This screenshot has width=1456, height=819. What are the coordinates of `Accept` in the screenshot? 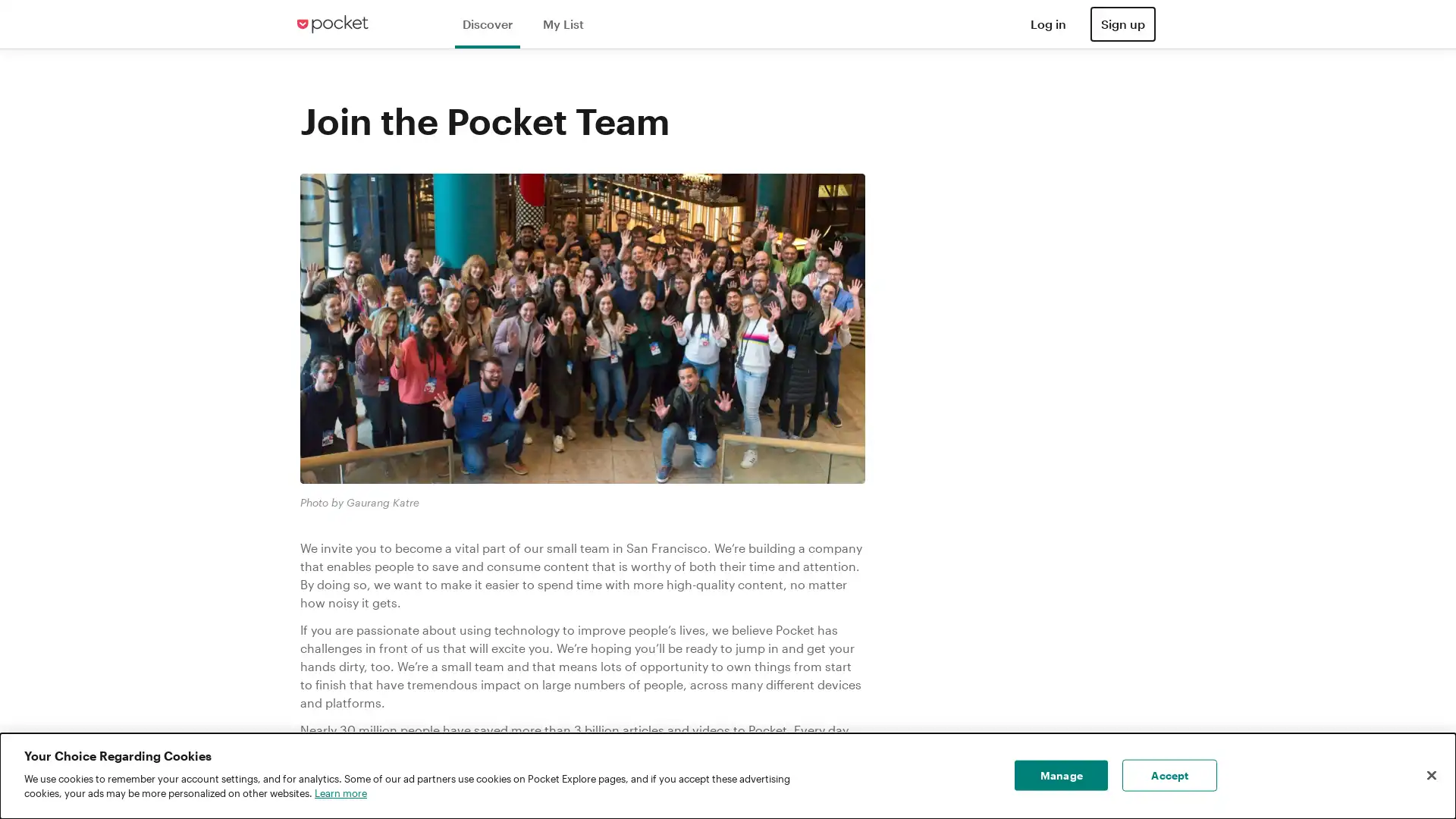 It's located at (1169, 775).